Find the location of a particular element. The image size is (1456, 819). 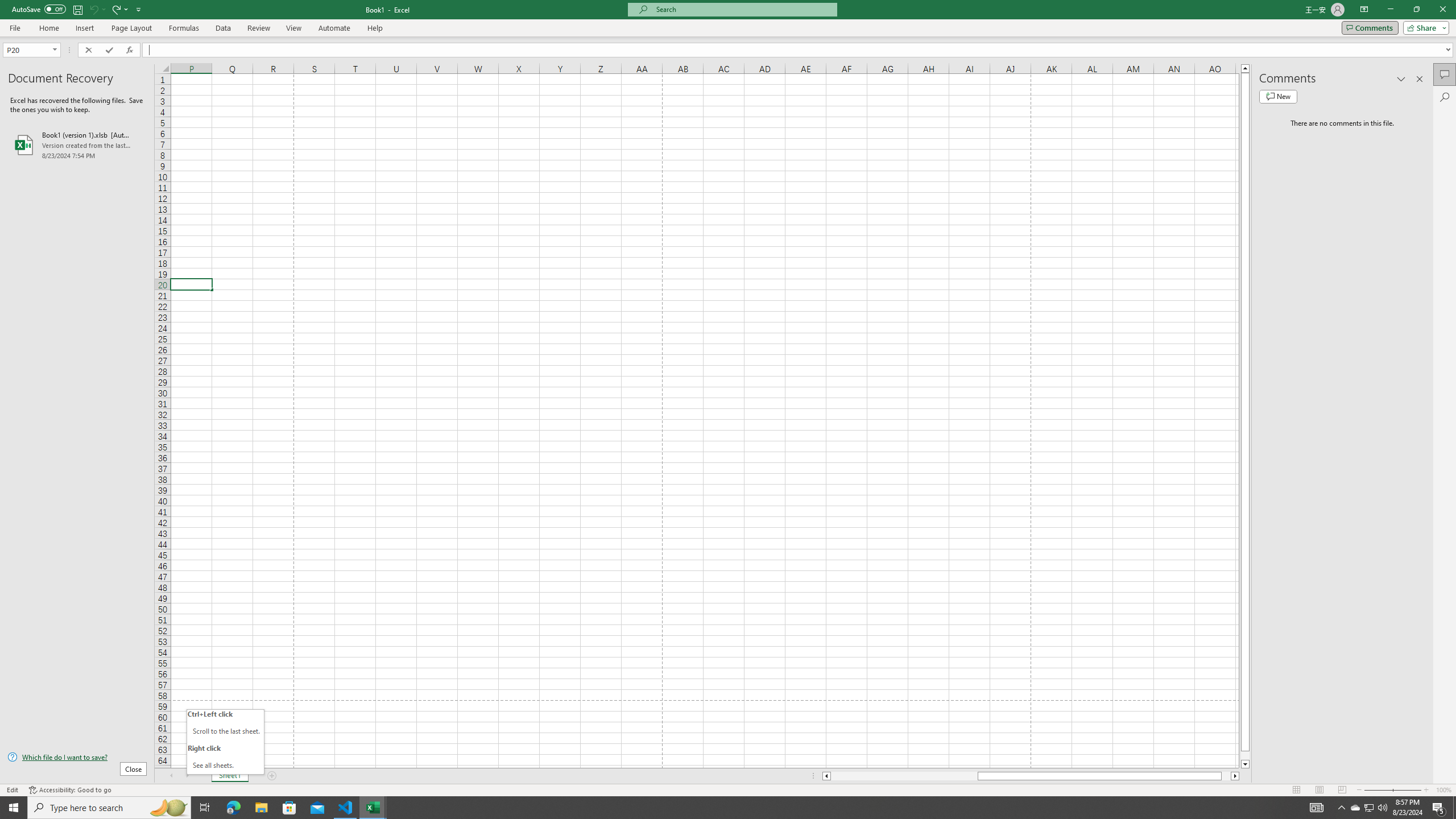

'Automate' is located at coordinates (334, 28).